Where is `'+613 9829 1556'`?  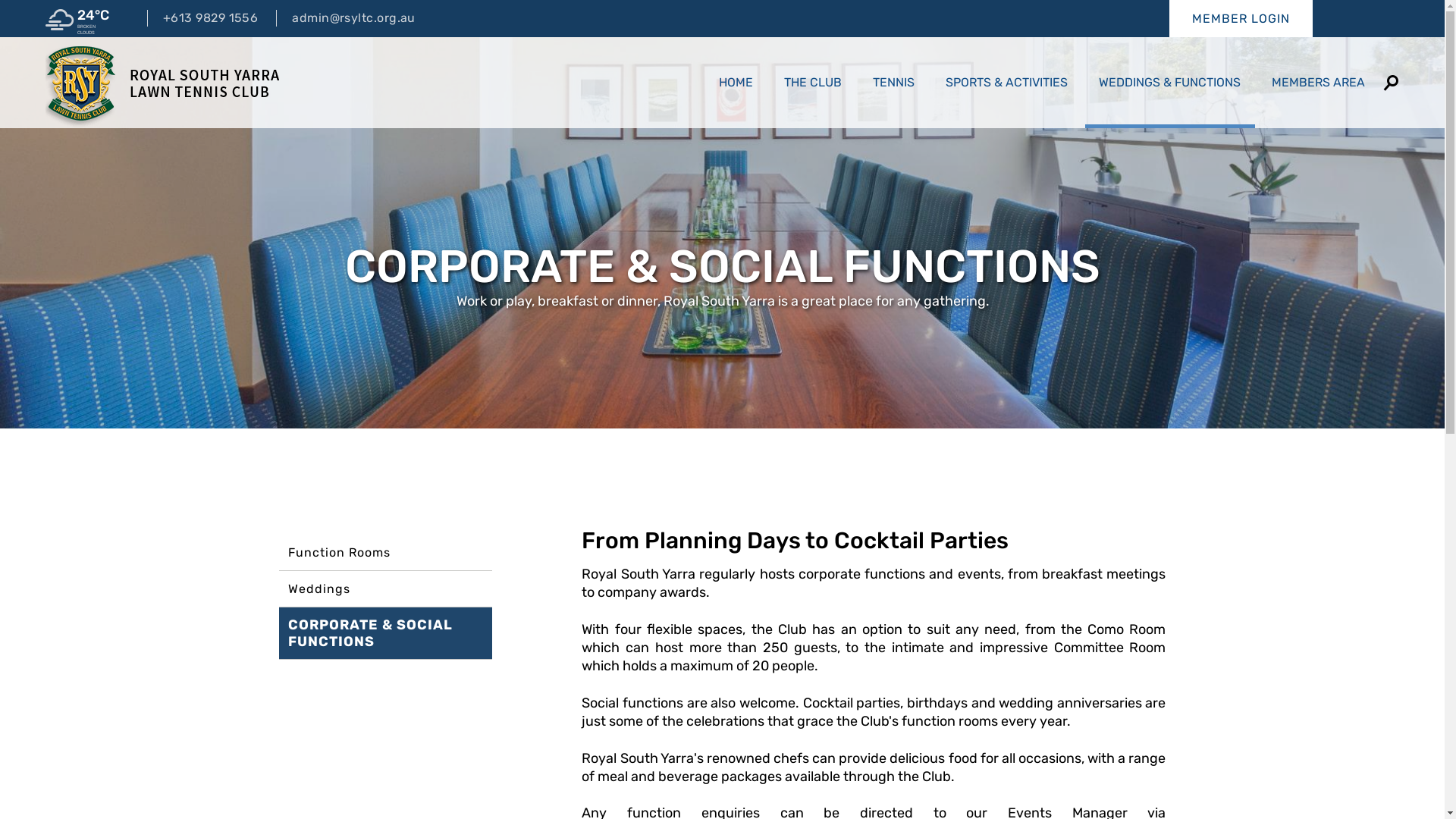 '+613 9829 1556' is located at coordinates (202, 17).